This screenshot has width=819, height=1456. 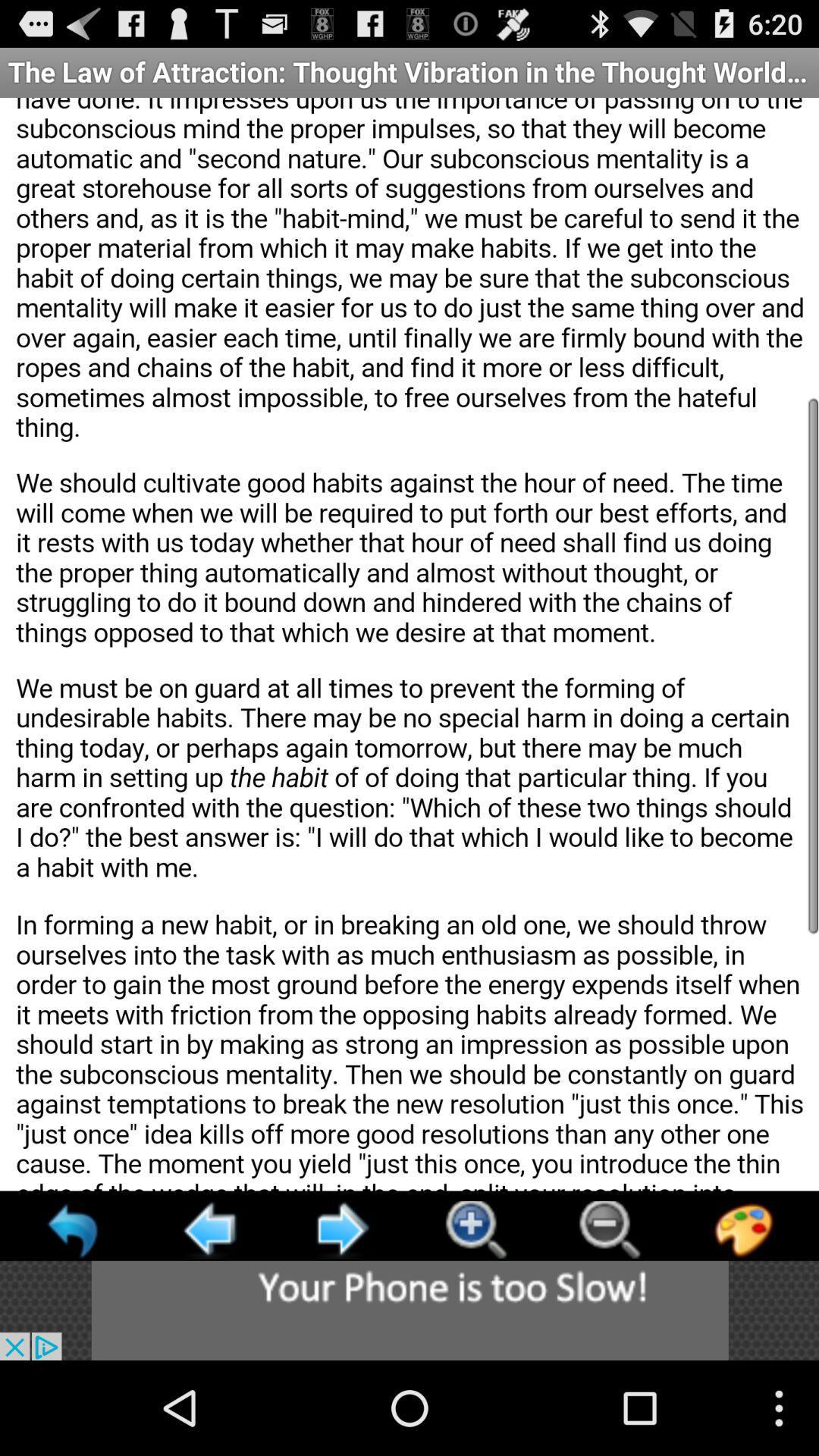 What do you see at coordinates (742, 1229) in the screenshot?
I see `choose colour` at bounding box center [742, 1229].